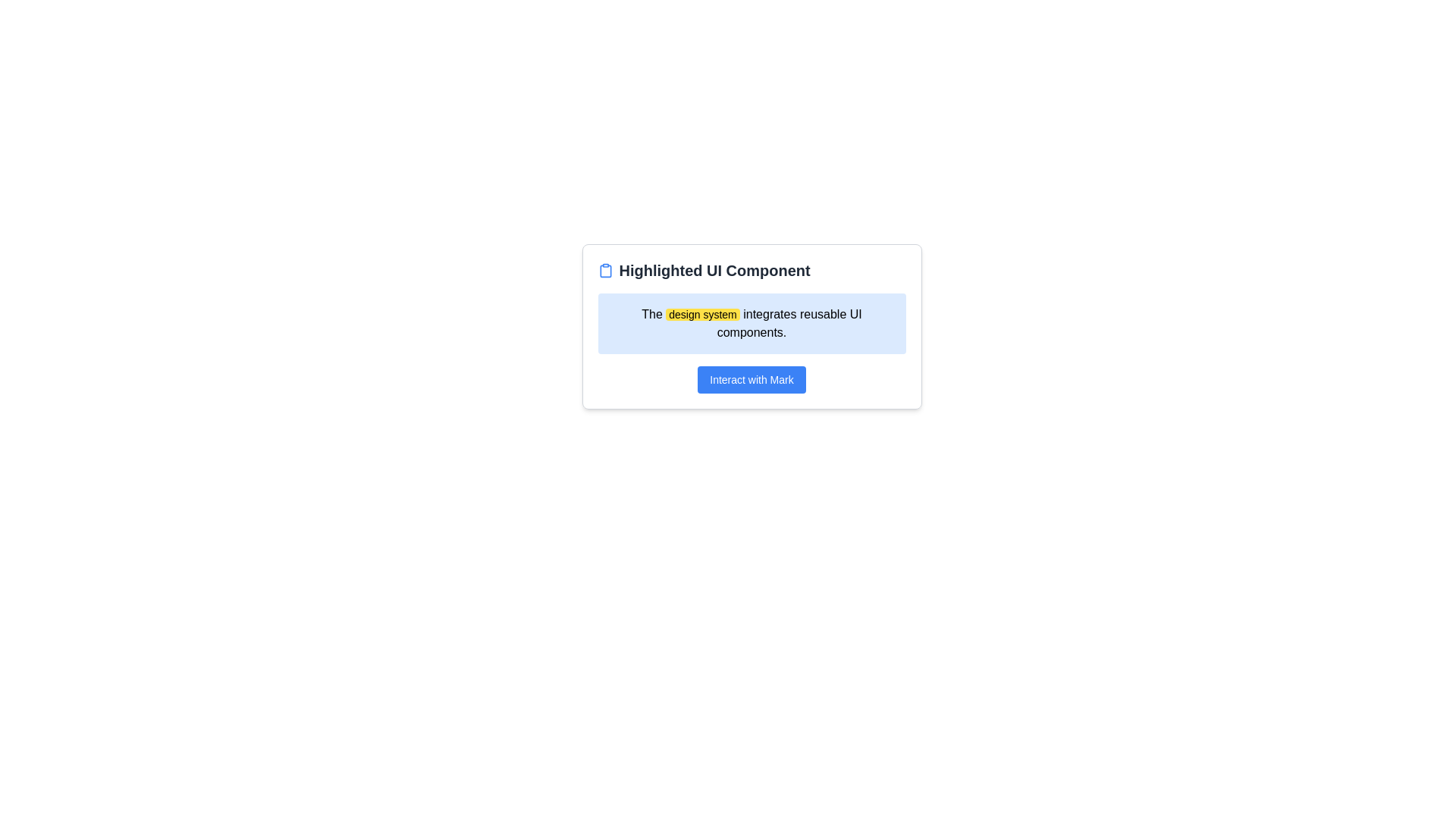 The image size is (1456, 819). I want to click on the bold, large-sized text 'Highlighted UI Component' displayed prominently in dark gray, which is located to the right of a small blue clipboard icon, so click(714, 270).